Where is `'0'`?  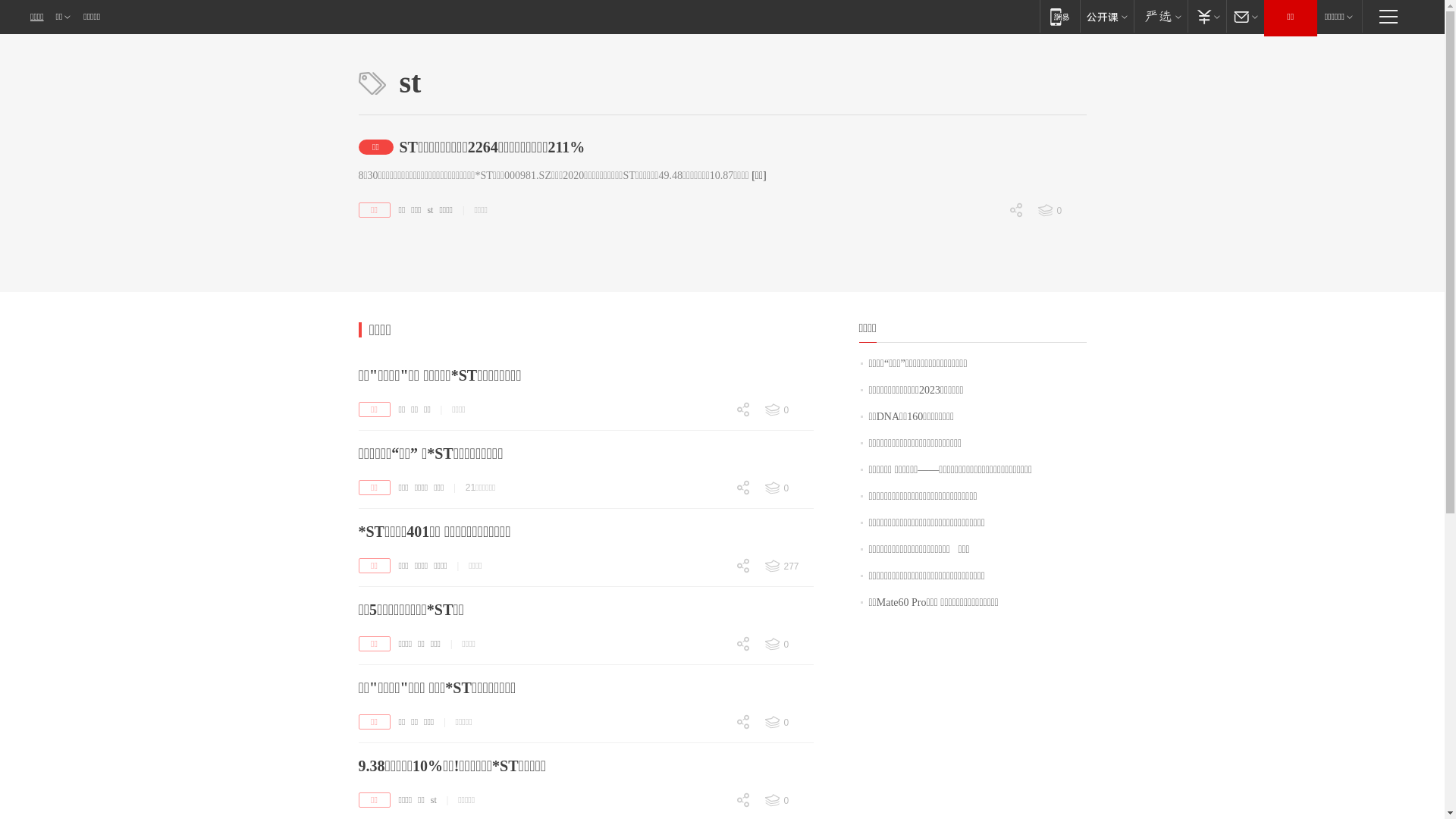
'0' is located at coordinates (787, 488).